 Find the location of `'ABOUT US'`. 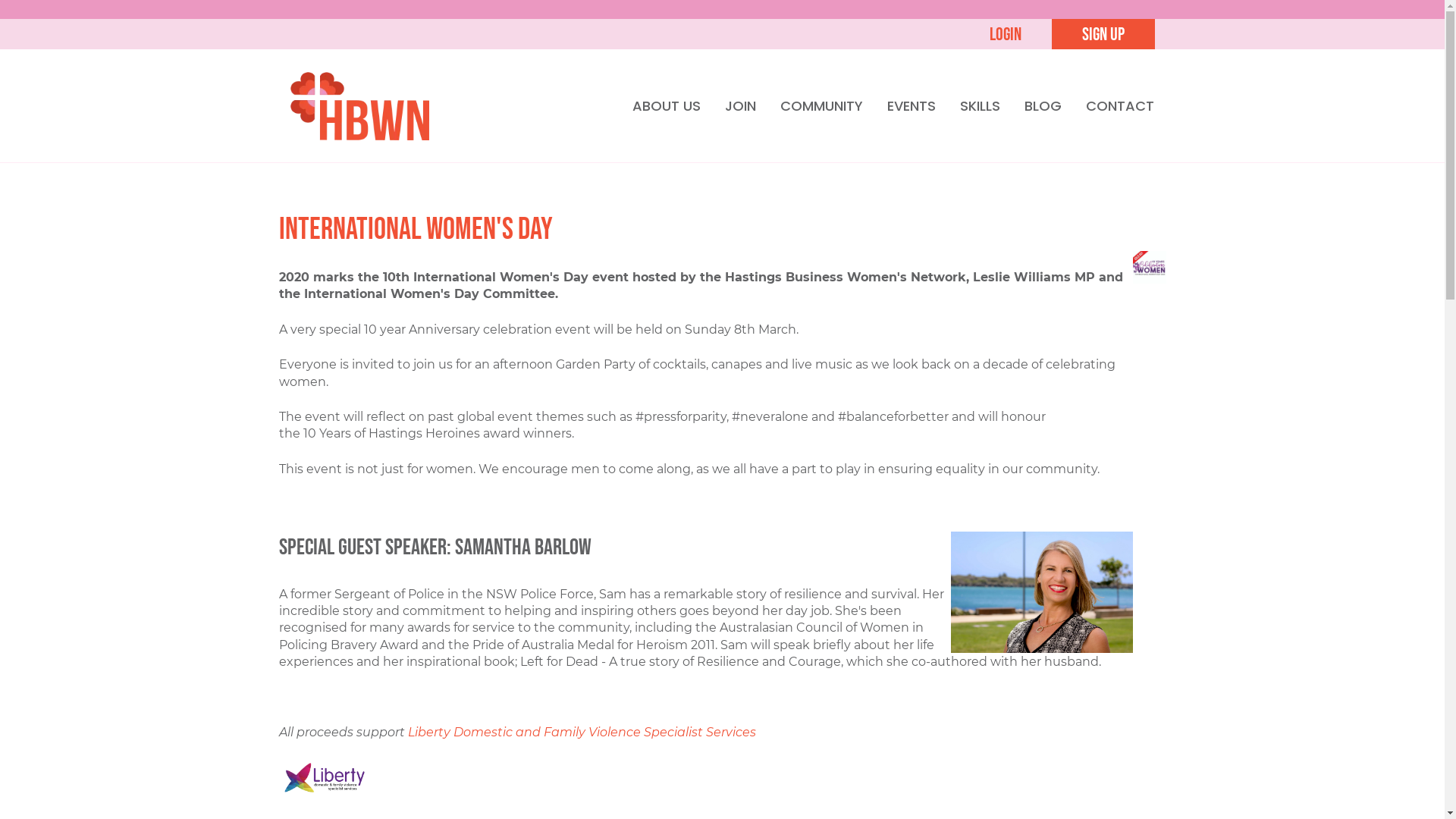

'ABOUT US' is located at coordinates (666, 105).